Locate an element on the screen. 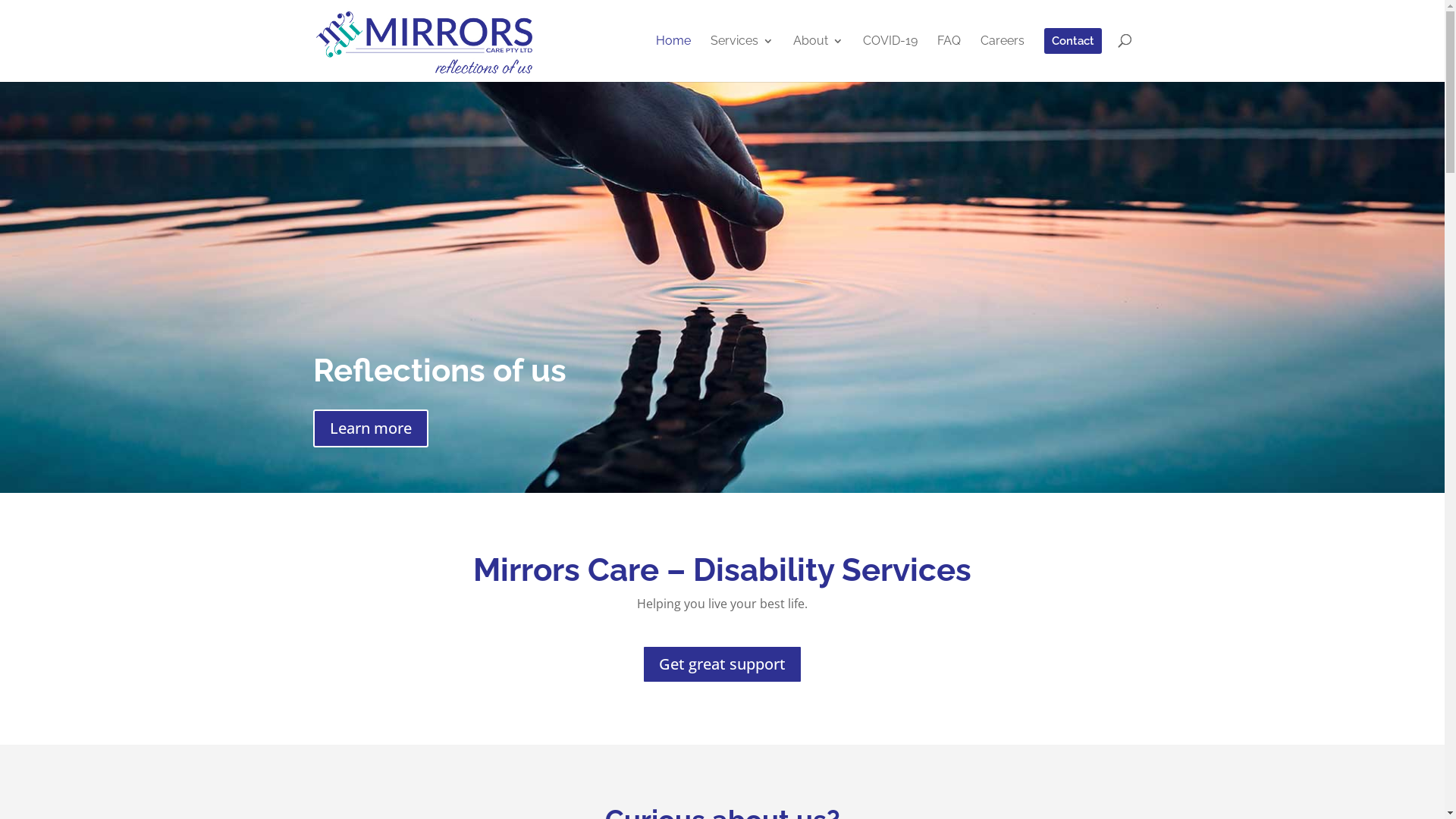  'Learn more' is located at coordinates (370, 428).